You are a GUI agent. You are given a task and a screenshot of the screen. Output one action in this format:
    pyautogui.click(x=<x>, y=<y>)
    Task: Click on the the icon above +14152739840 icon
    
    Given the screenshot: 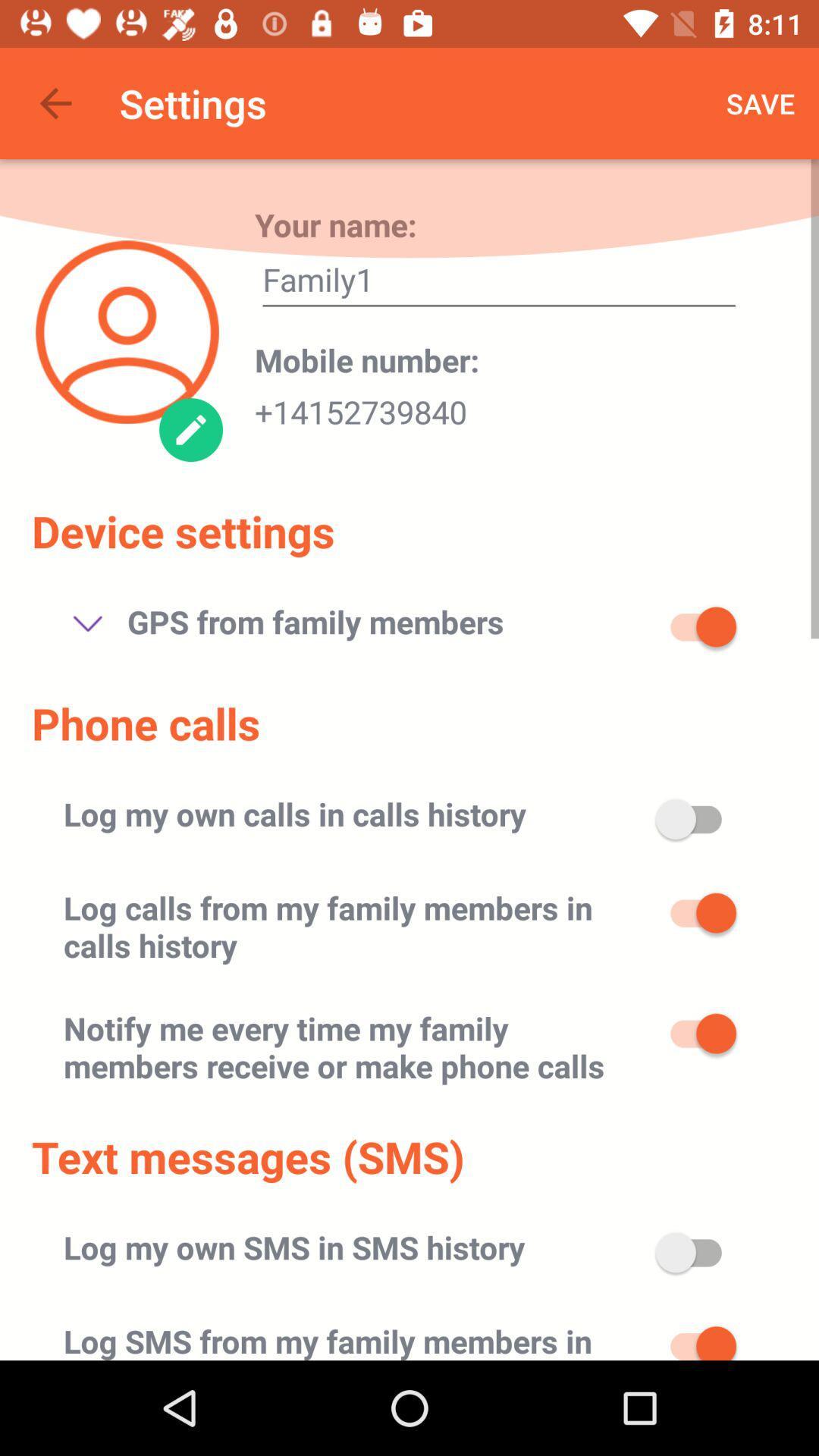 What is the action you would take?
    pyautogui.click(x=367, y=359)
    